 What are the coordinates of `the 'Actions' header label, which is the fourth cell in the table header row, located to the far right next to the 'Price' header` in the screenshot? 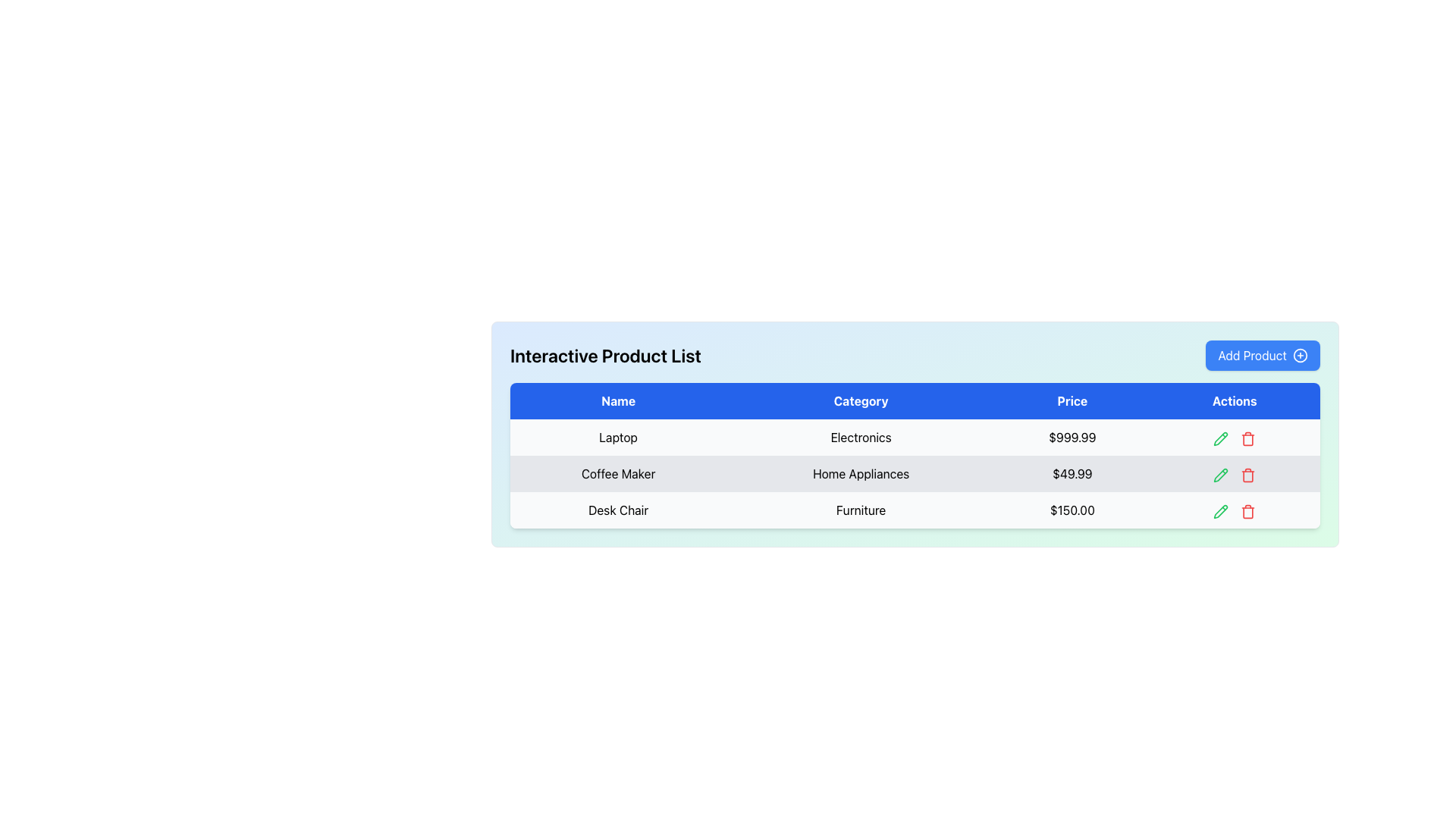 It's located at (1235, 400).